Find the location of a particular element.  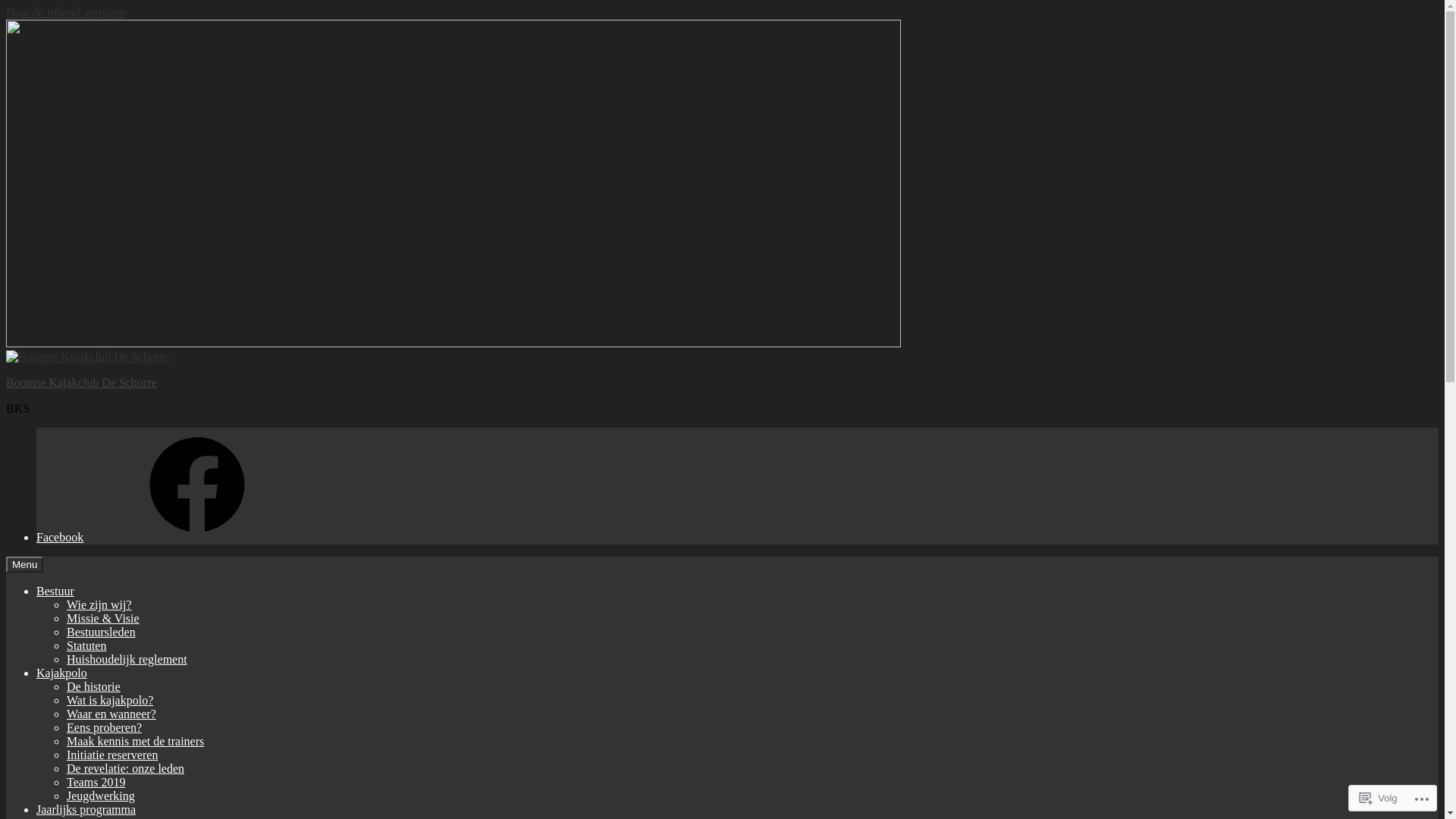

'Wie zijn wij?' is located at coordinates (98, 604).